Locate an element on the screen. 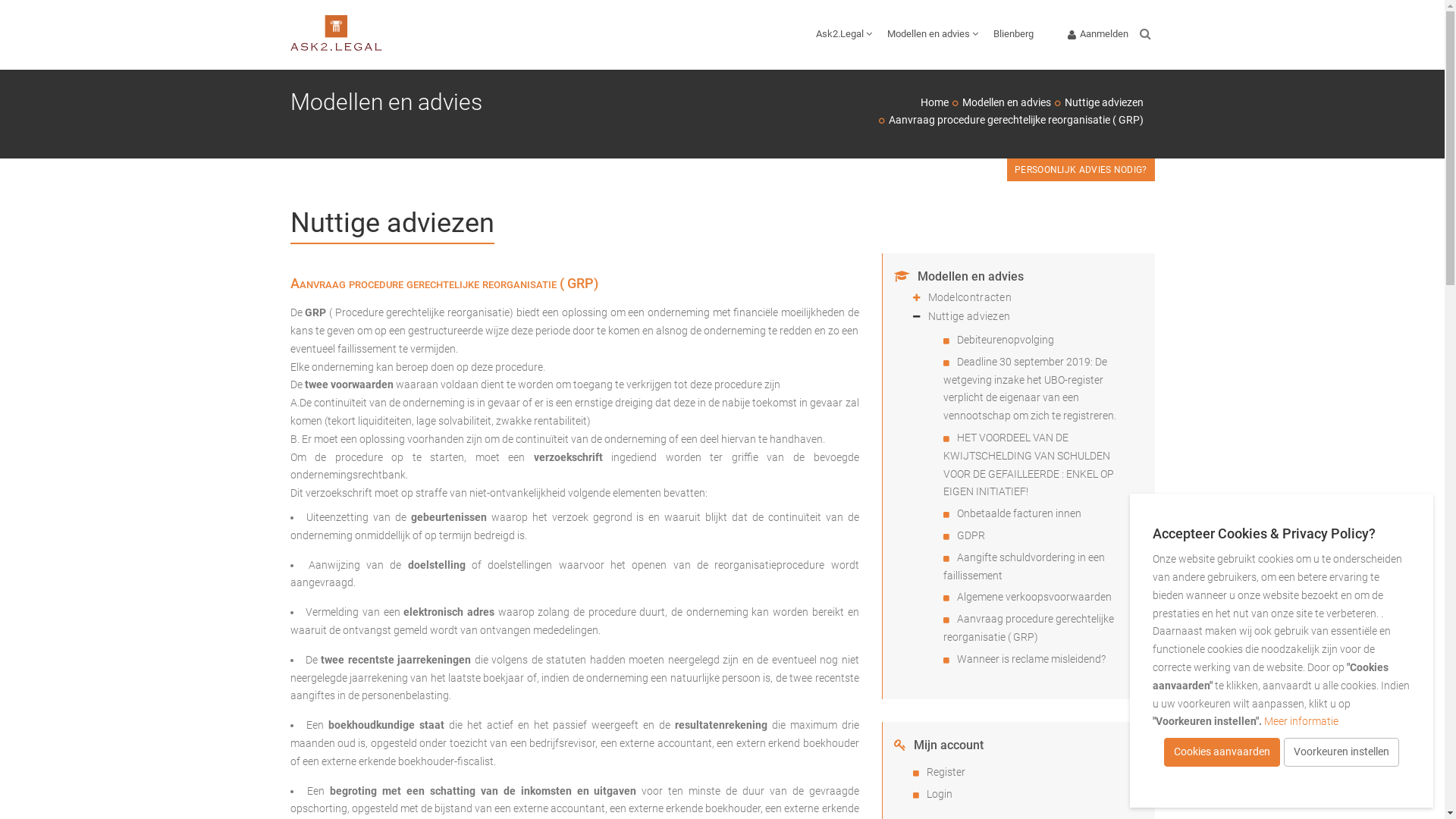  'Meer informatie' is located at coordinates (1301, 720).